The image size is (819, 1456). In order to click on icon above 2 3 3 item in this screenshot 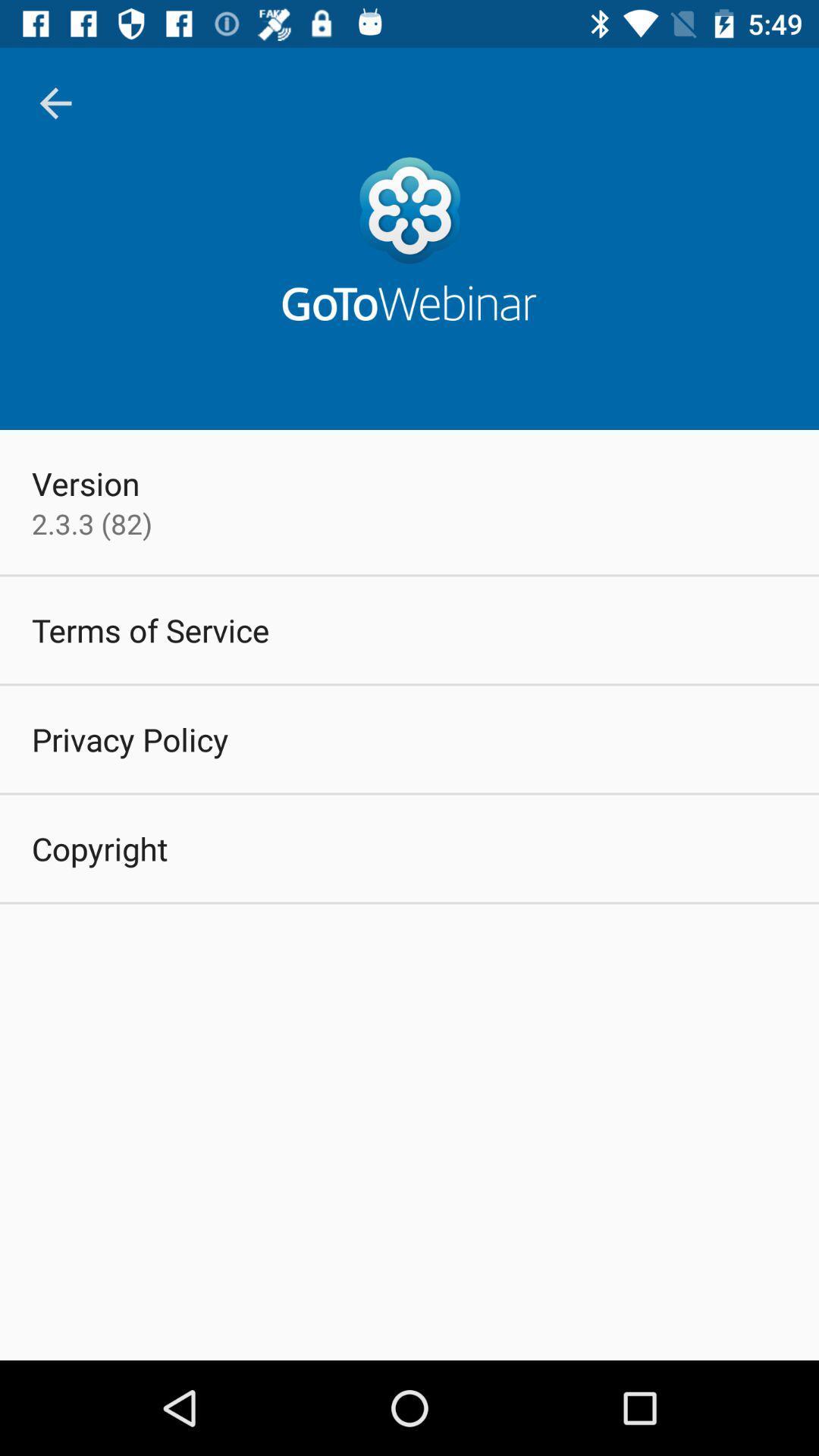, I will do `click(86, 482)`.